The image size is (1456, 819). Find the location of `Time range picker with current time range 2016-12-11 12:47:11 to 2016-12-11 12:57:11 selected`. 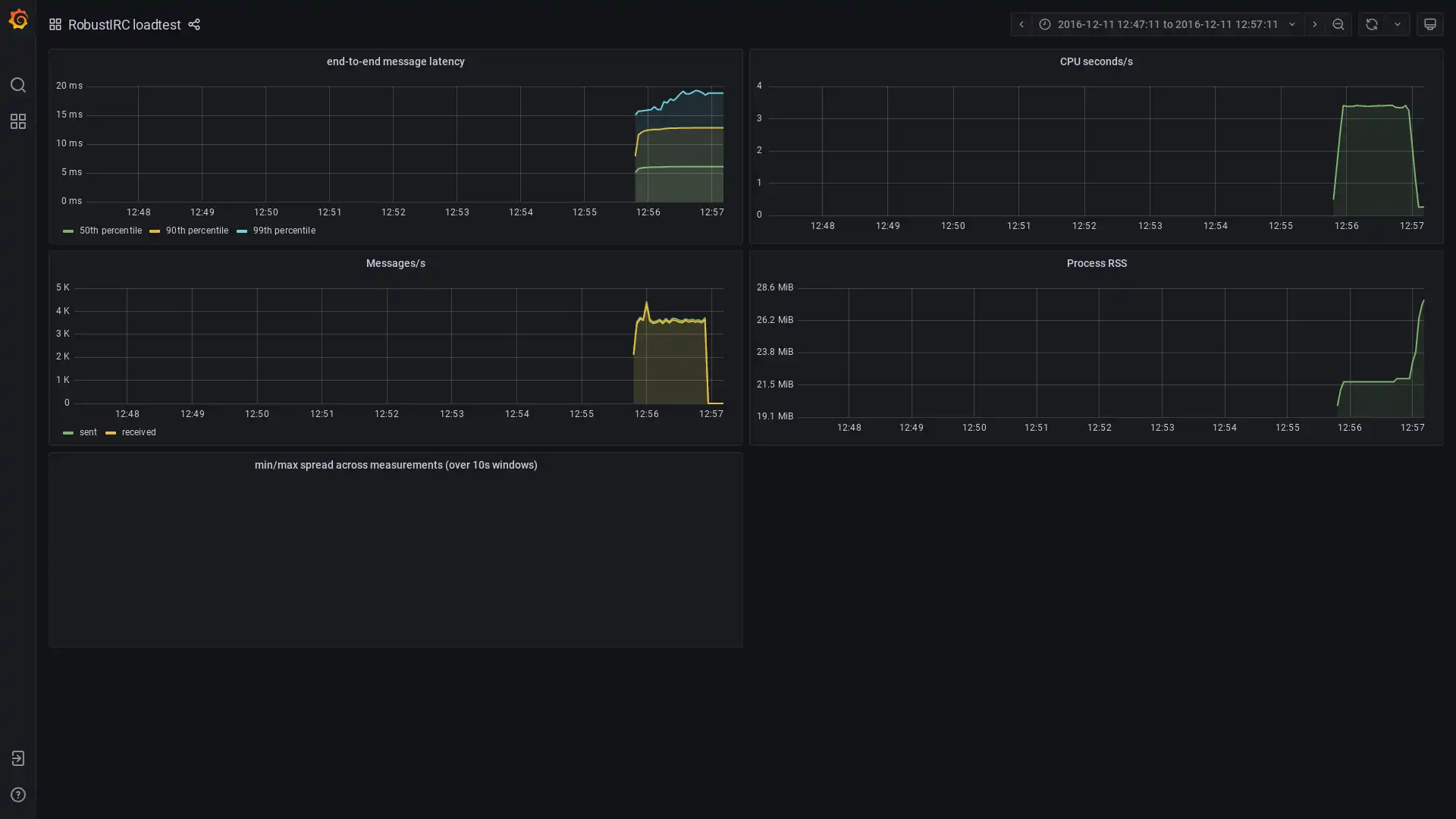

Time range picker with current time range 2016-12-11 12:47:11 to 2016-12-11 12:57:11 selected is located at coordinates (1166, 24).